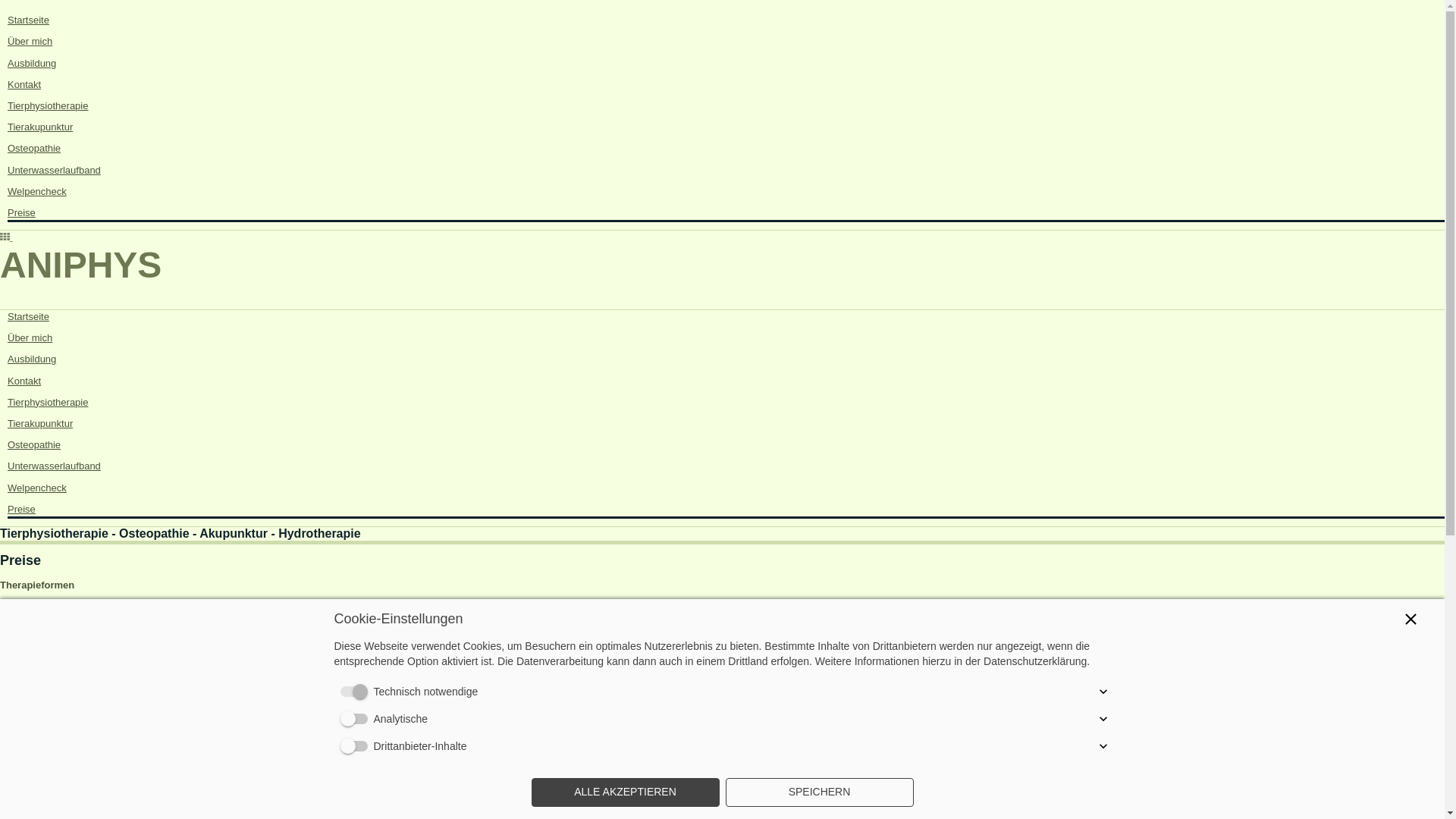 This screenshot has height=819, width=1456. Describe the element at coordinates (32, 359) in the screenshot. I see `'Ausbildung'` at that location.